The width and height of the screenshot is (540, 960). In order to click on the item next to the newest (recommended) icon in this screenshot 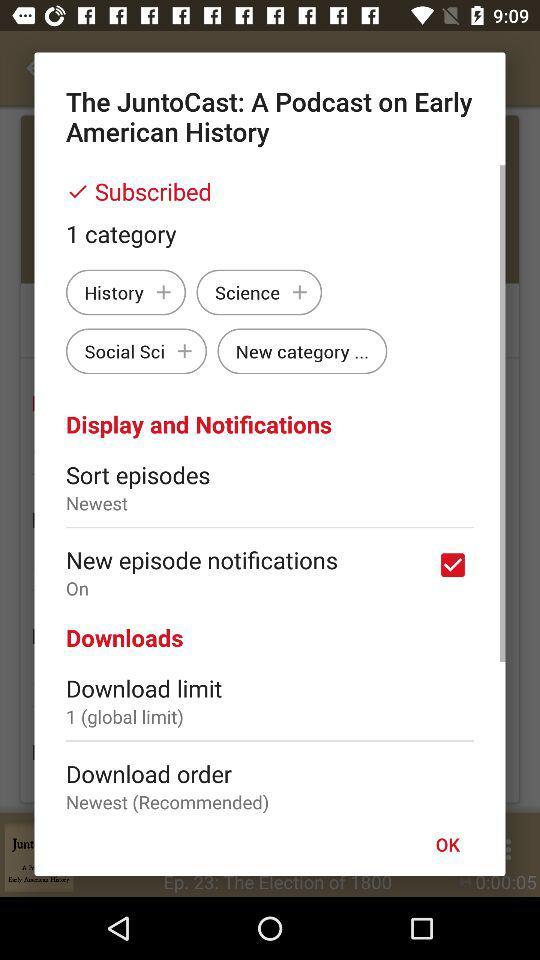, I will do `click(447, 843)`.